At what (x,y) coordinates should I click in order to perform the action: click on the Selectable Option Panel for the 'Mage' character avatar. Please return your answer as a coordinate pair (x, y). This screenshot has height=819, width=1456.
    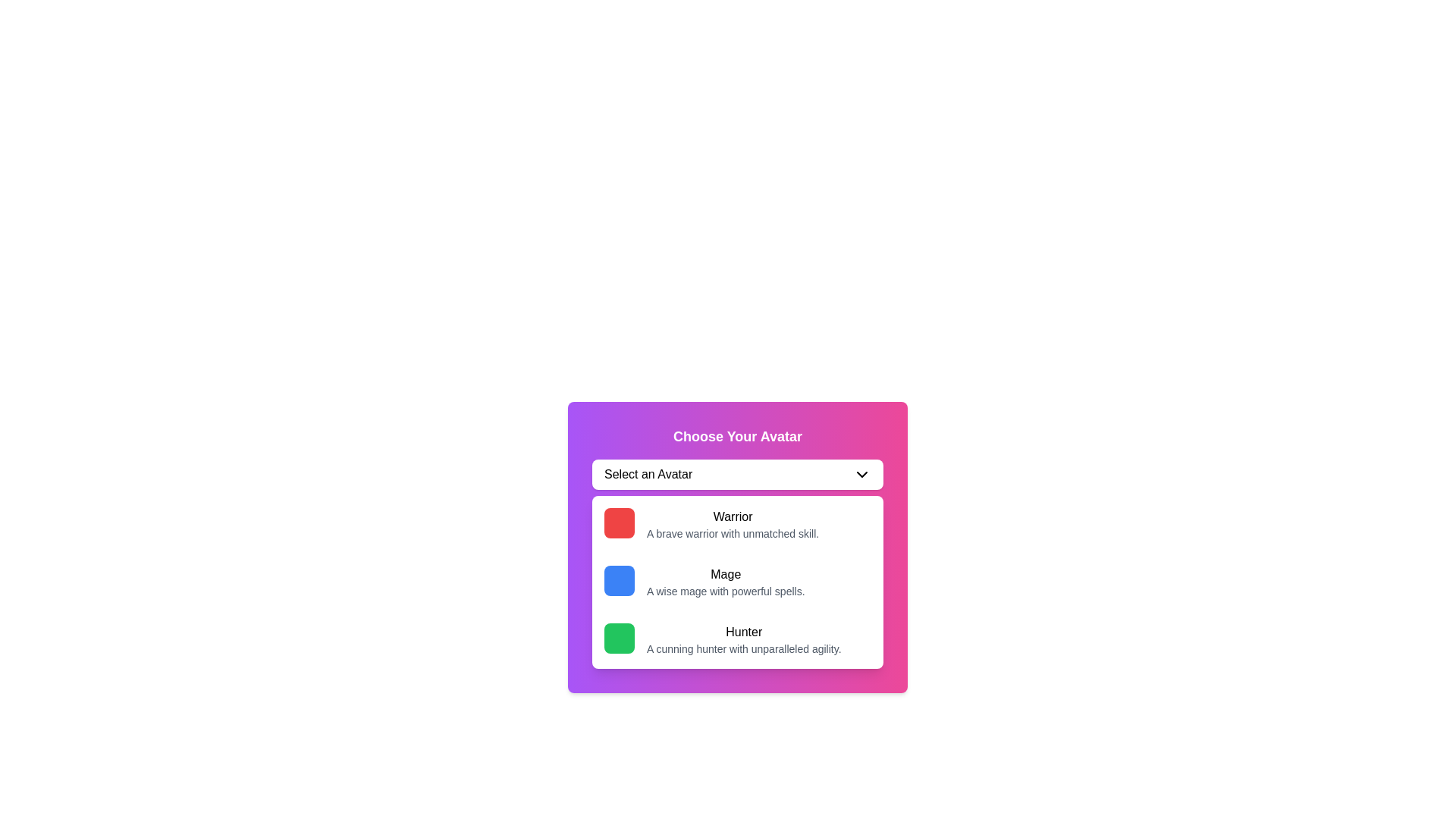
    Looking at the image, I should click on (738, 581).